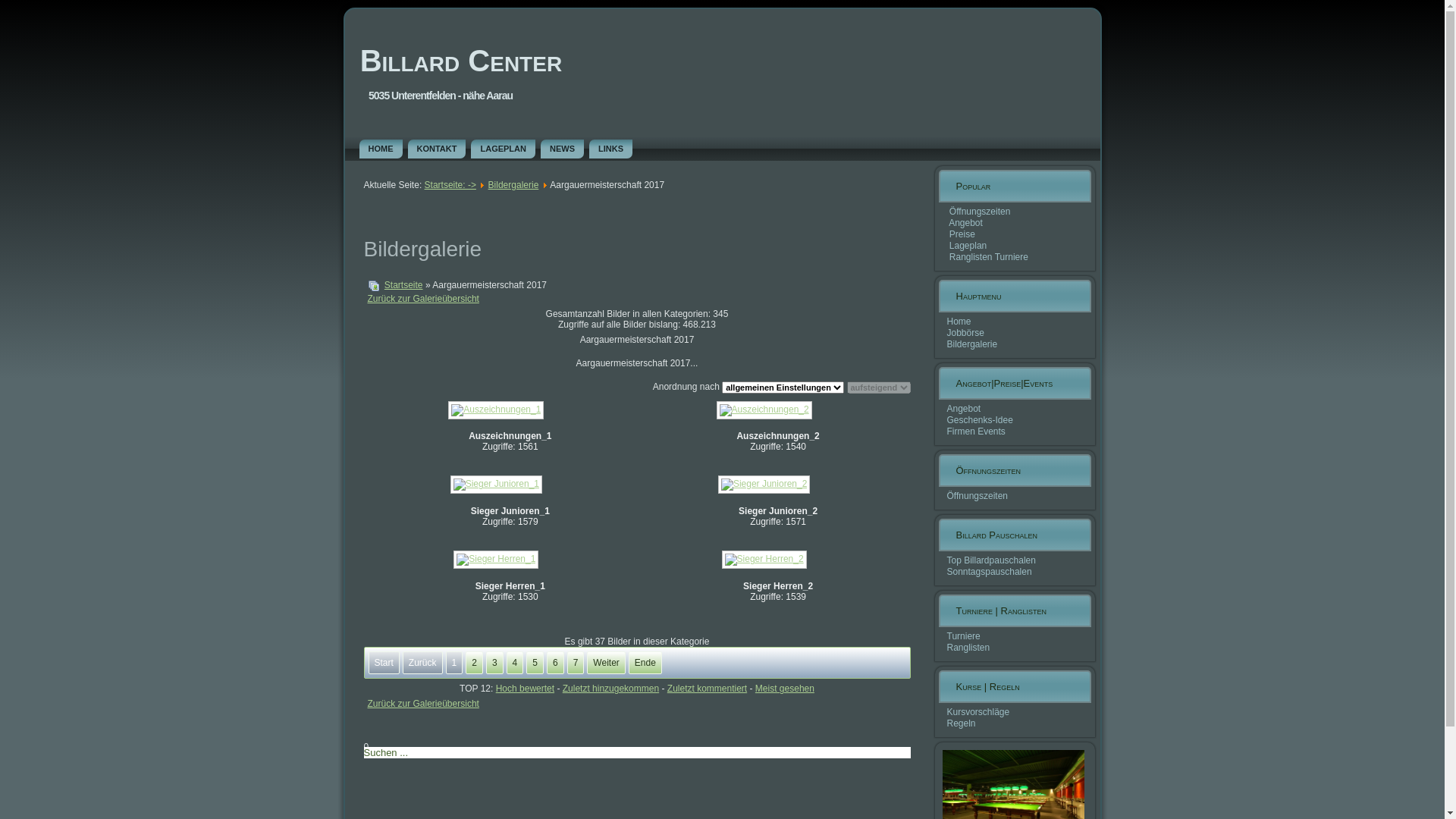 The height and width of the screenshot is (819, 1456). I want to click on 'Billard Center', so click(359, 60).